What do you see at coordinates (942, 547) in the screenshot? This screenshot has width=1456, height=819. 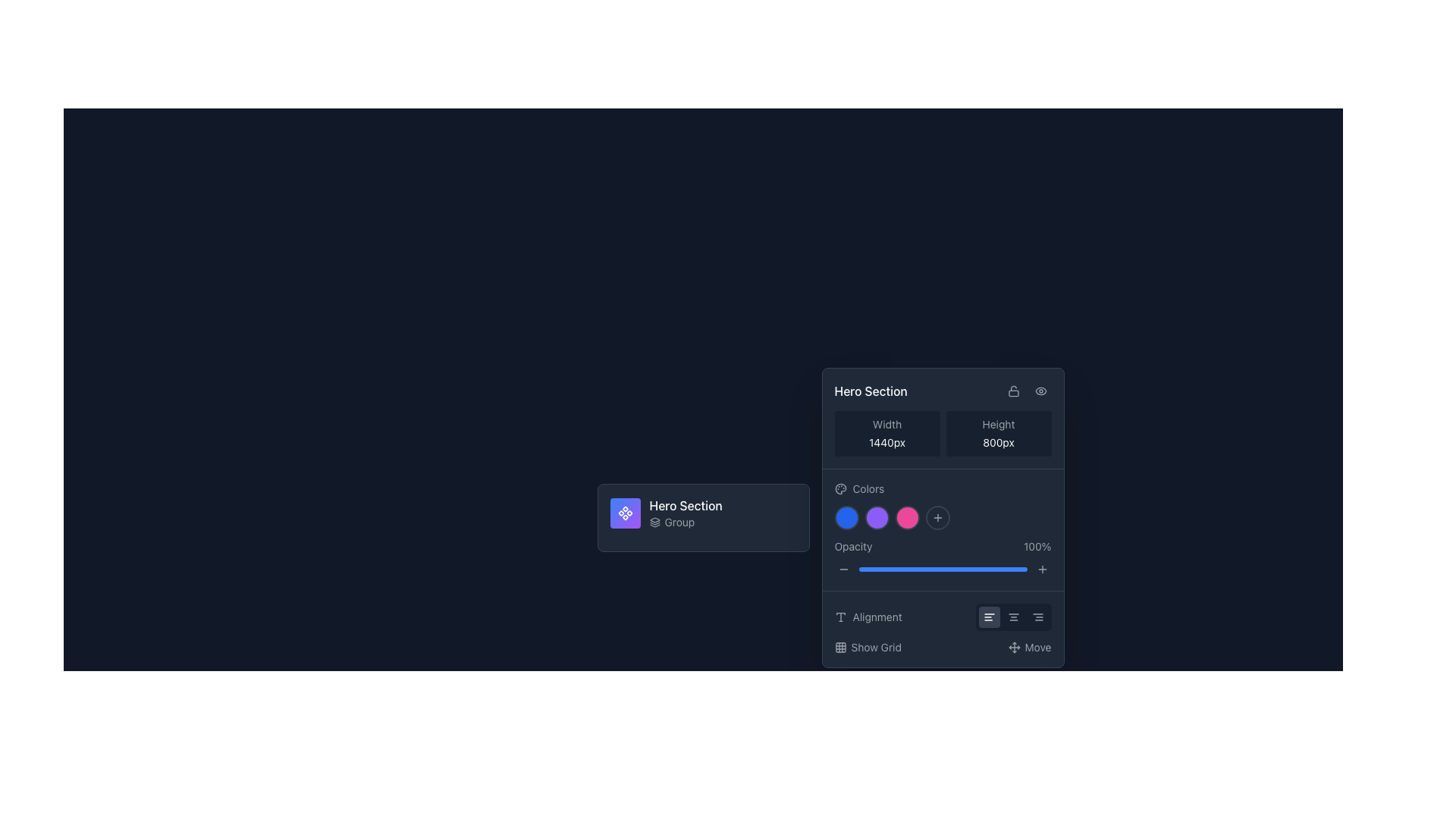 I see `the Text display element that shows 'Opacity' on the left and '100%' on the right, located in the settings panel above the horizontal slider` at bounding box center [942, 547].